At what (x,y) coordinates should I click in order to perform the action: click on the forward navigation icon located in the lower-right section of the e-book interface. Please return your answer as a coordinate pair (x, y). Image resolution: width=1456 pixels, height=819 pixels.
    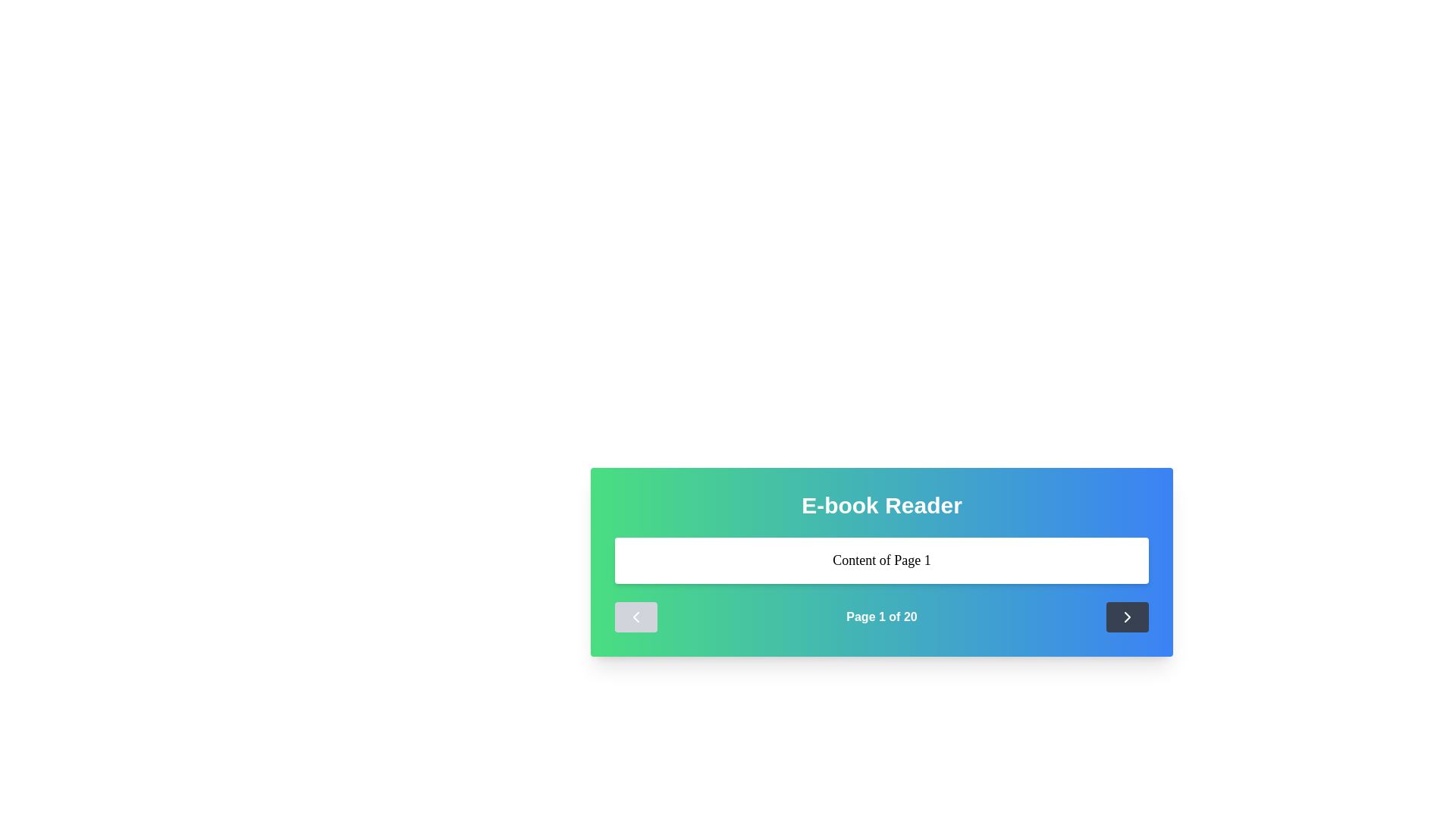
    Looking at the image, I should click on (1128, 617).